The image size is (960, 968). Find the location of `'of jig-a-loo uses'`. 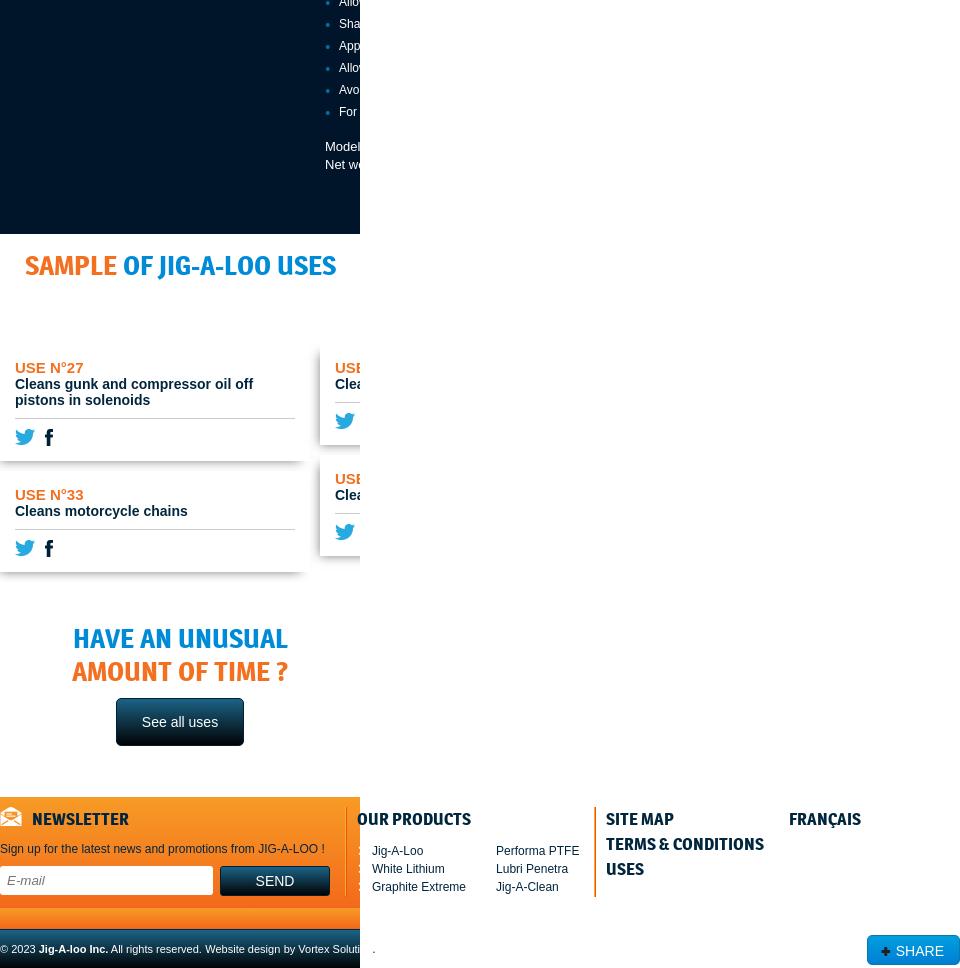

'of jig-a-loo uses' is located at coordinates (225, 265).